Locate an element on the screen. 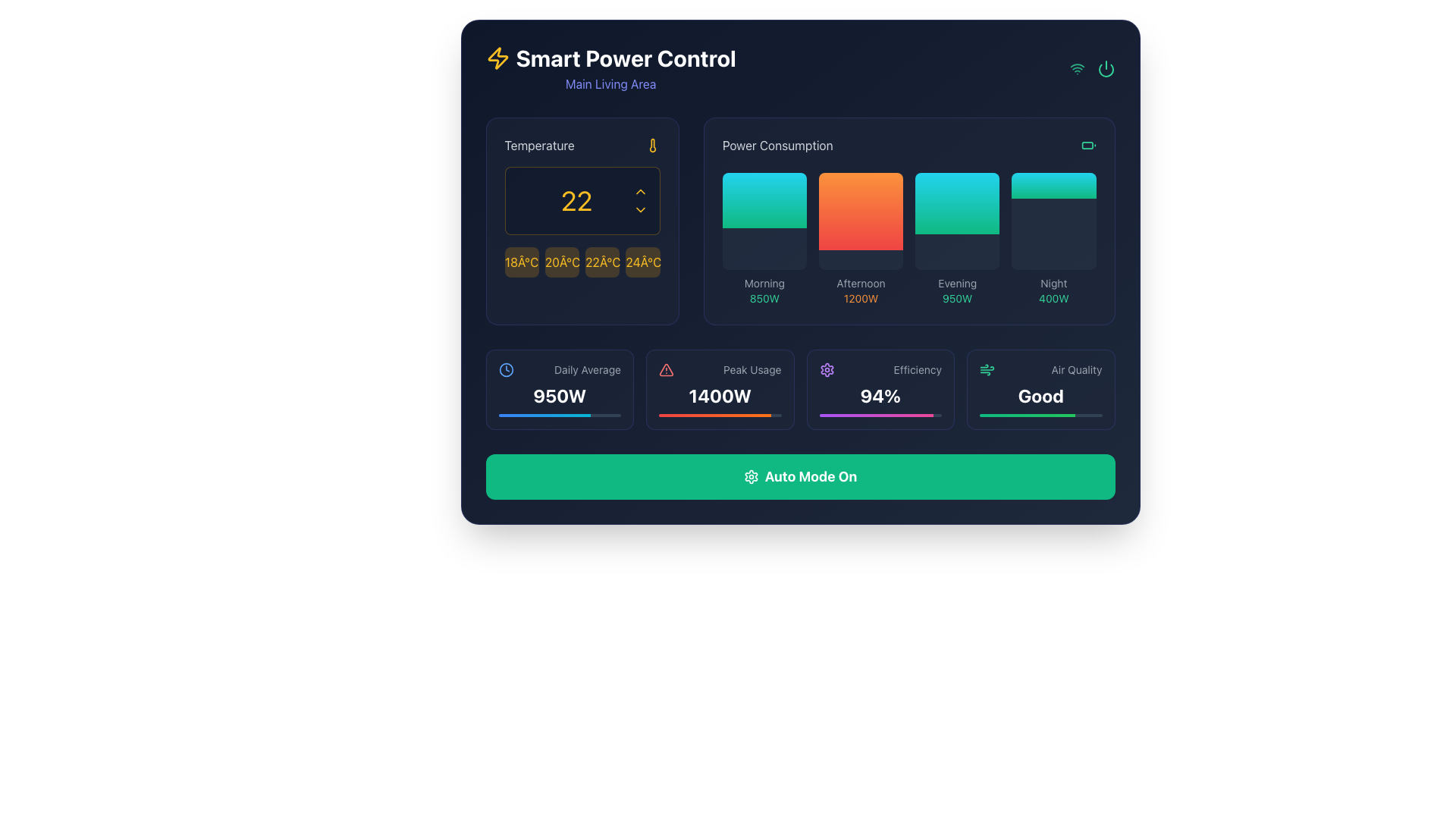 This screenshot has height=819, width=1456. the progress bar, which is a thin, horizontally-oriented bar styled with a gradient color from purple to pink, located near the lower section of the interface is located at coordinates (876, 415).